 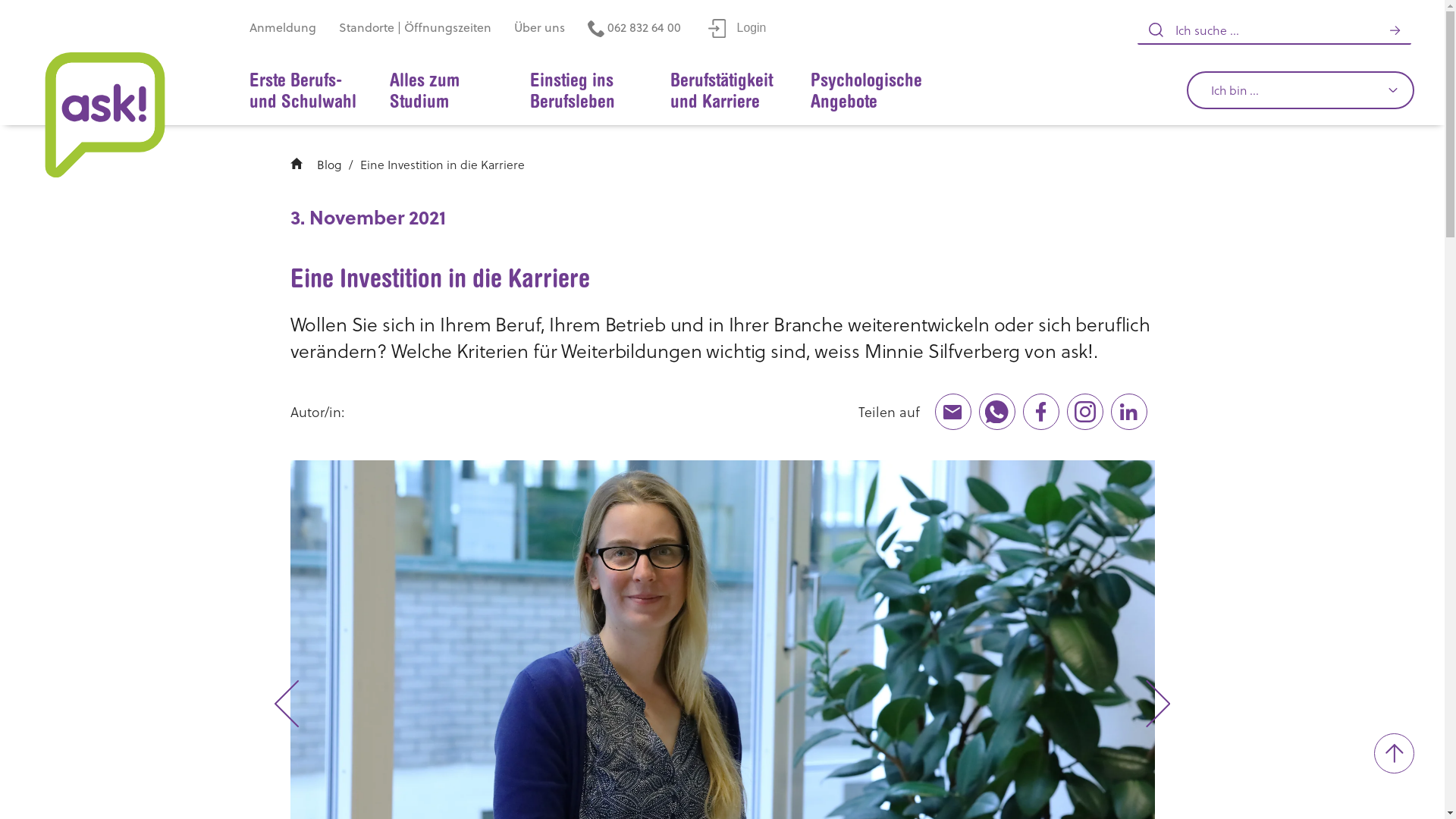 I want to click on 'Login', so click(x=737, y=27).